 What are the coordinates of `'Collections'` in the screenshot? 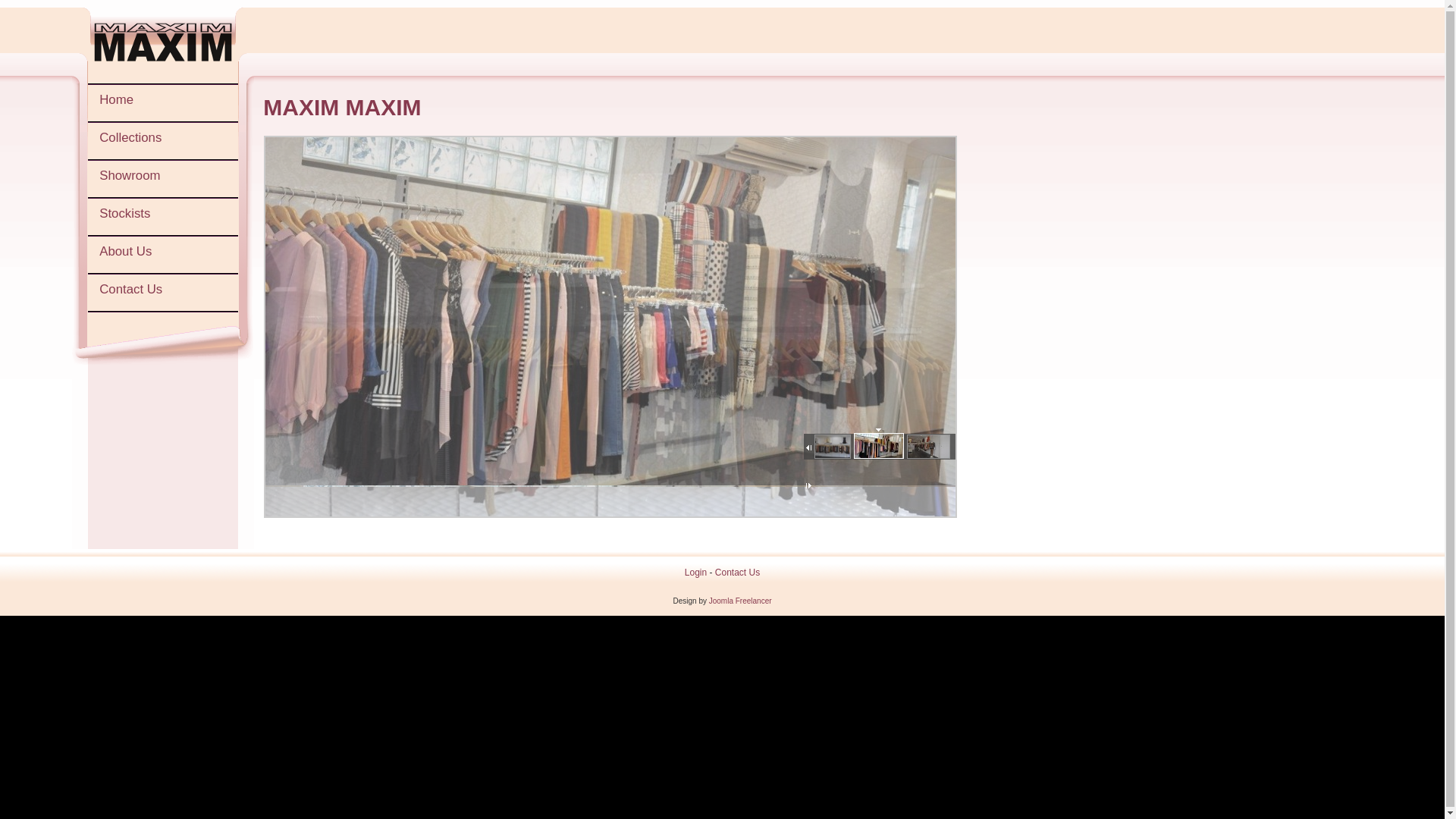 It's located at (163, 141).